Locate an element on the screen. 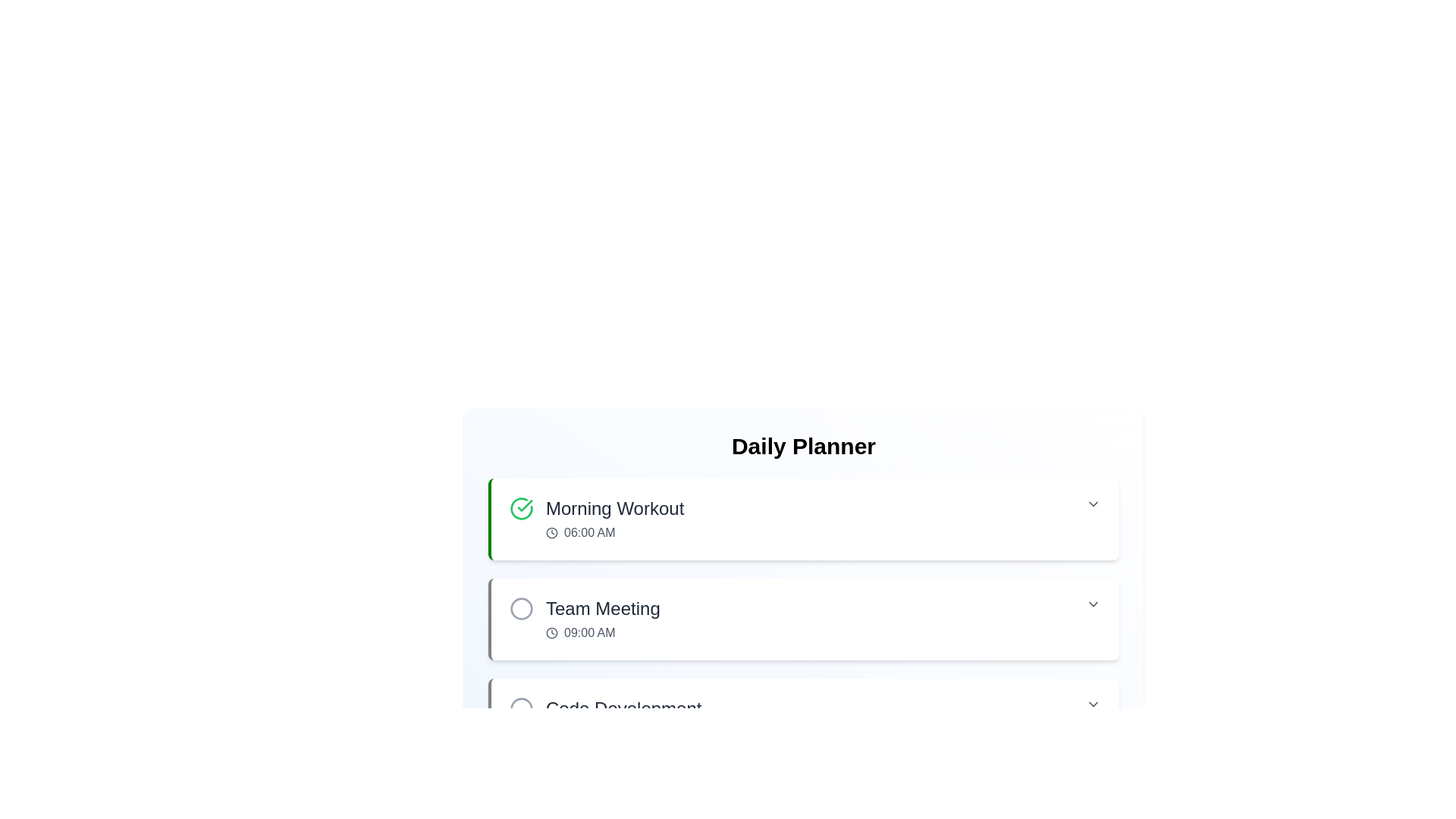 This screenshot has height=819, width=1456. the SVG circle element styled with a dark stroke, which is part of the clock icon next to the text '06:00 AM' in the Daily Planner interface is located at coordinates (551, 532).